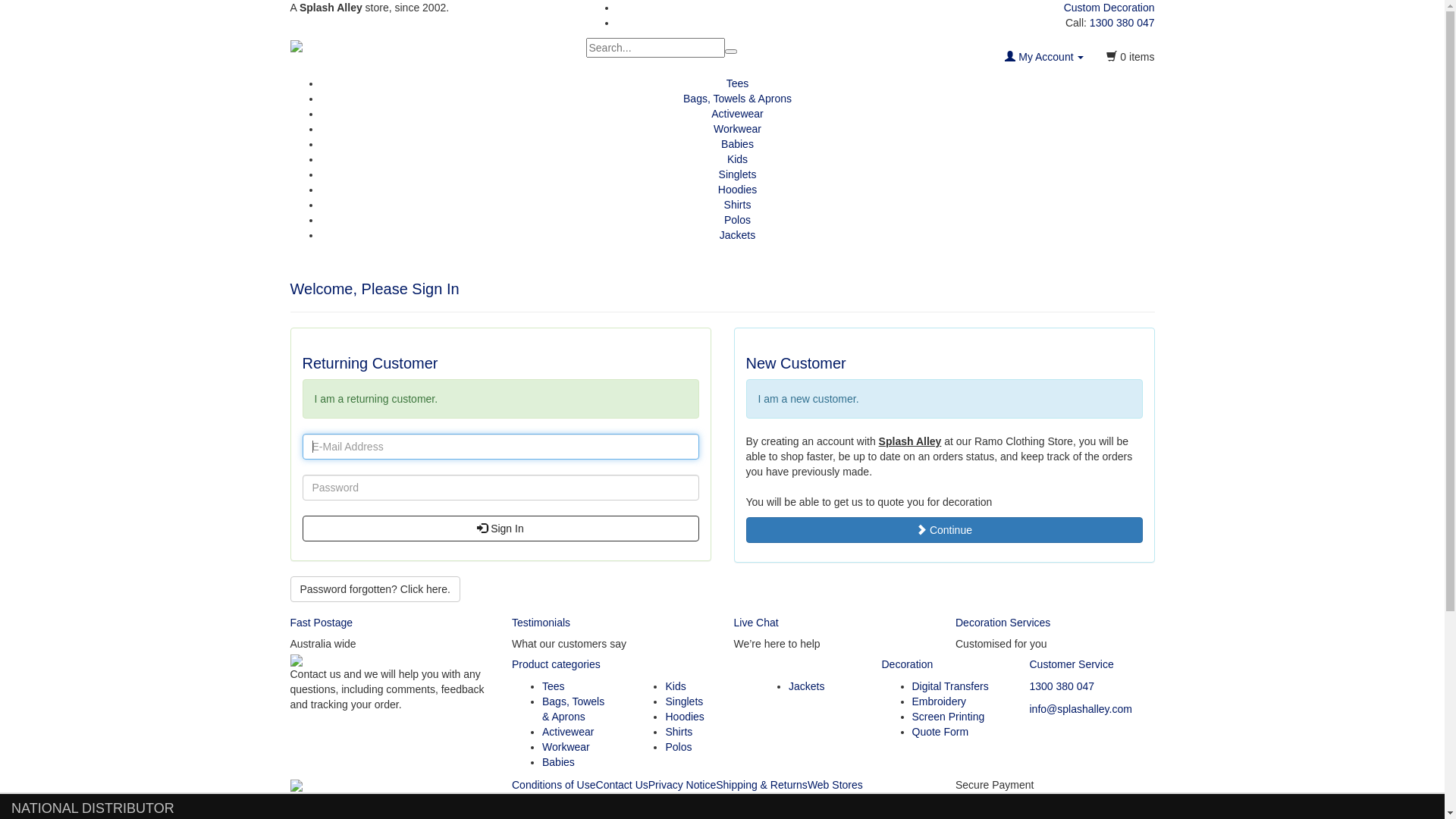  Describe the element at coordinates (1030, 708) in the screenshot. I see `'info@splashalley.com'` at that location.